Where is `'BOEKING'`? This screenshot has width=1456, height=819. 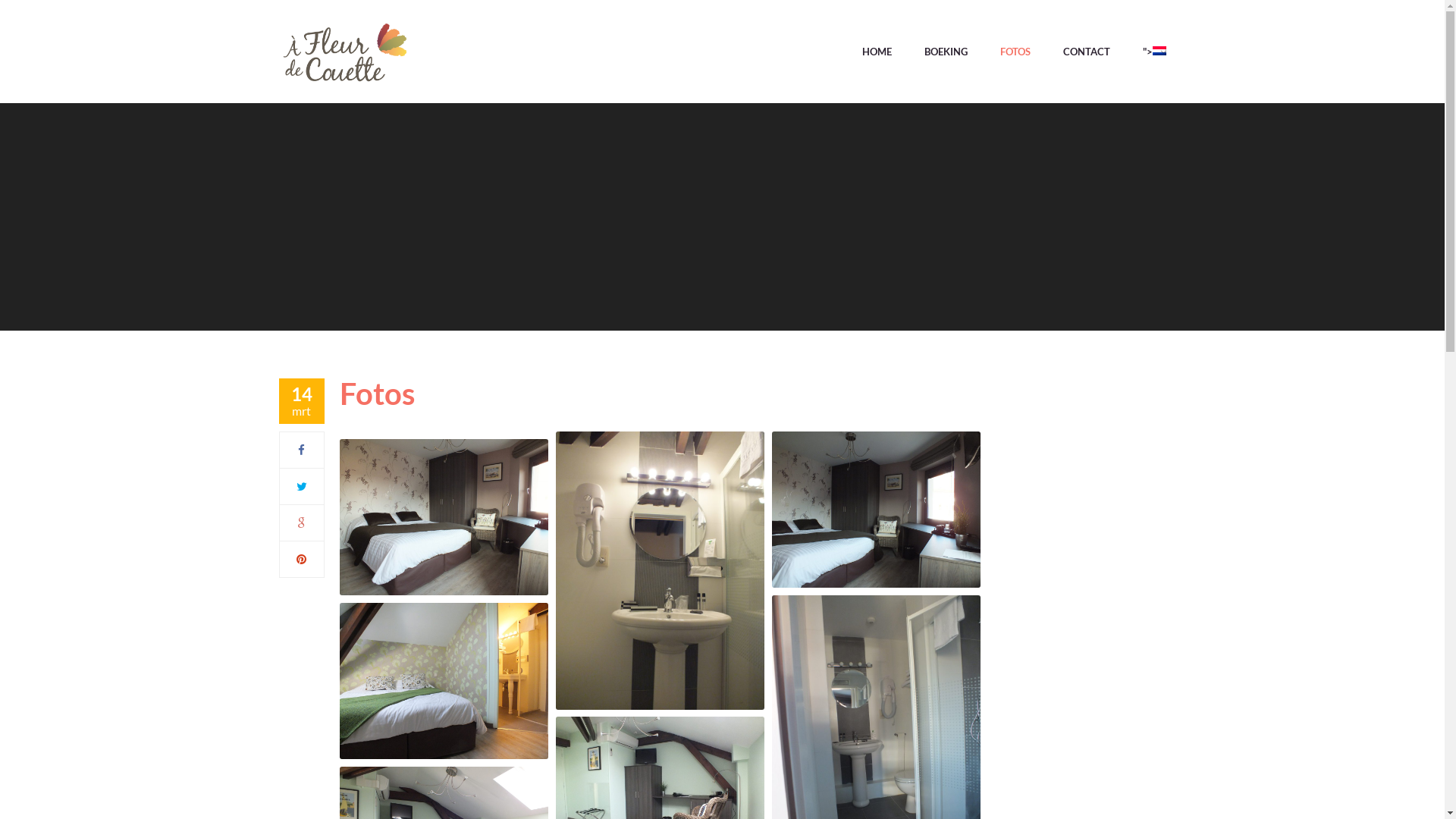
'BOEKING' is located at coordinates (944, 55).